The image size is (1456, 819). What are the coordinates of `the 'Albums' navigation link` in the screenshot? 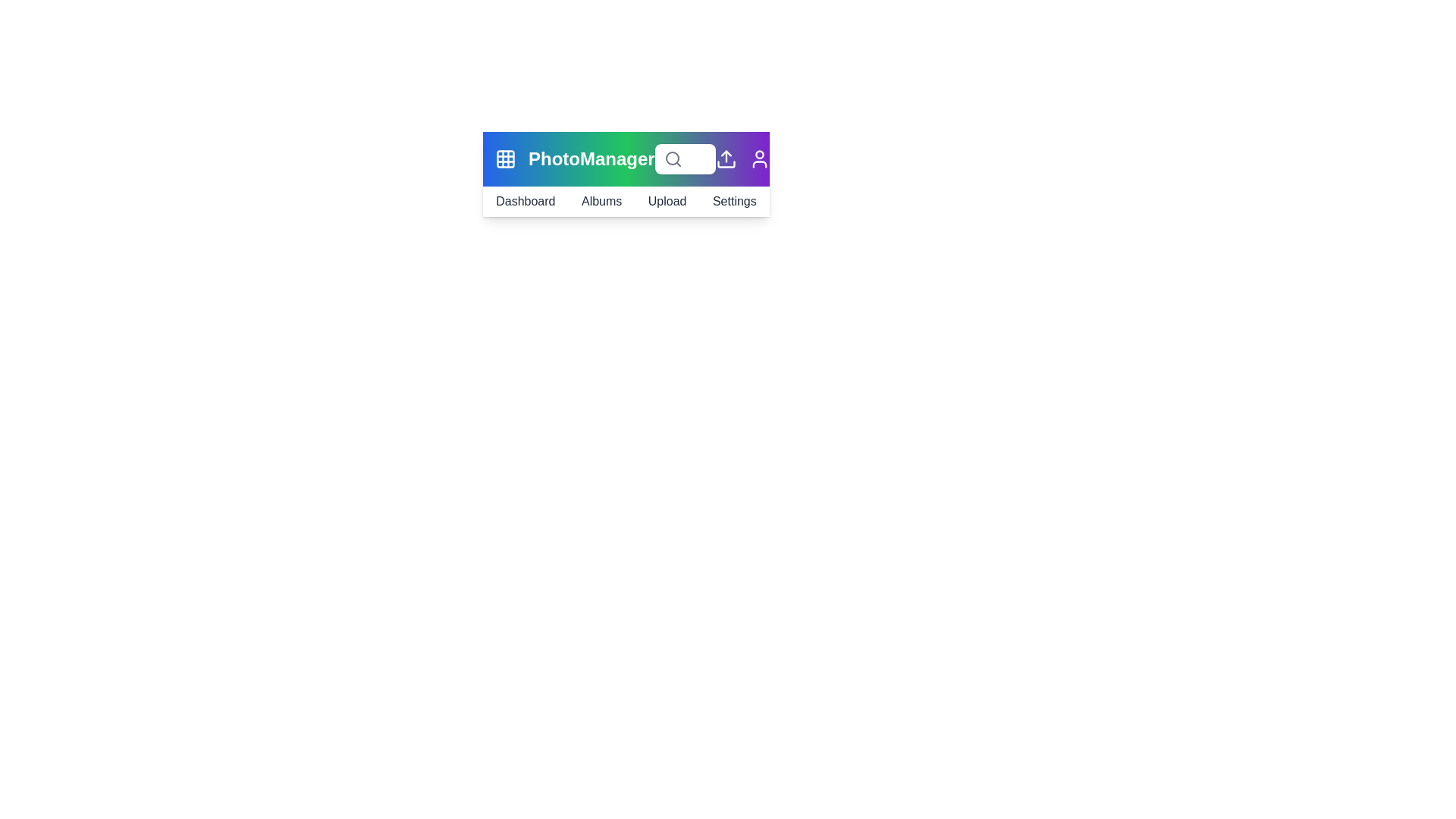 It's located at (601, 201).